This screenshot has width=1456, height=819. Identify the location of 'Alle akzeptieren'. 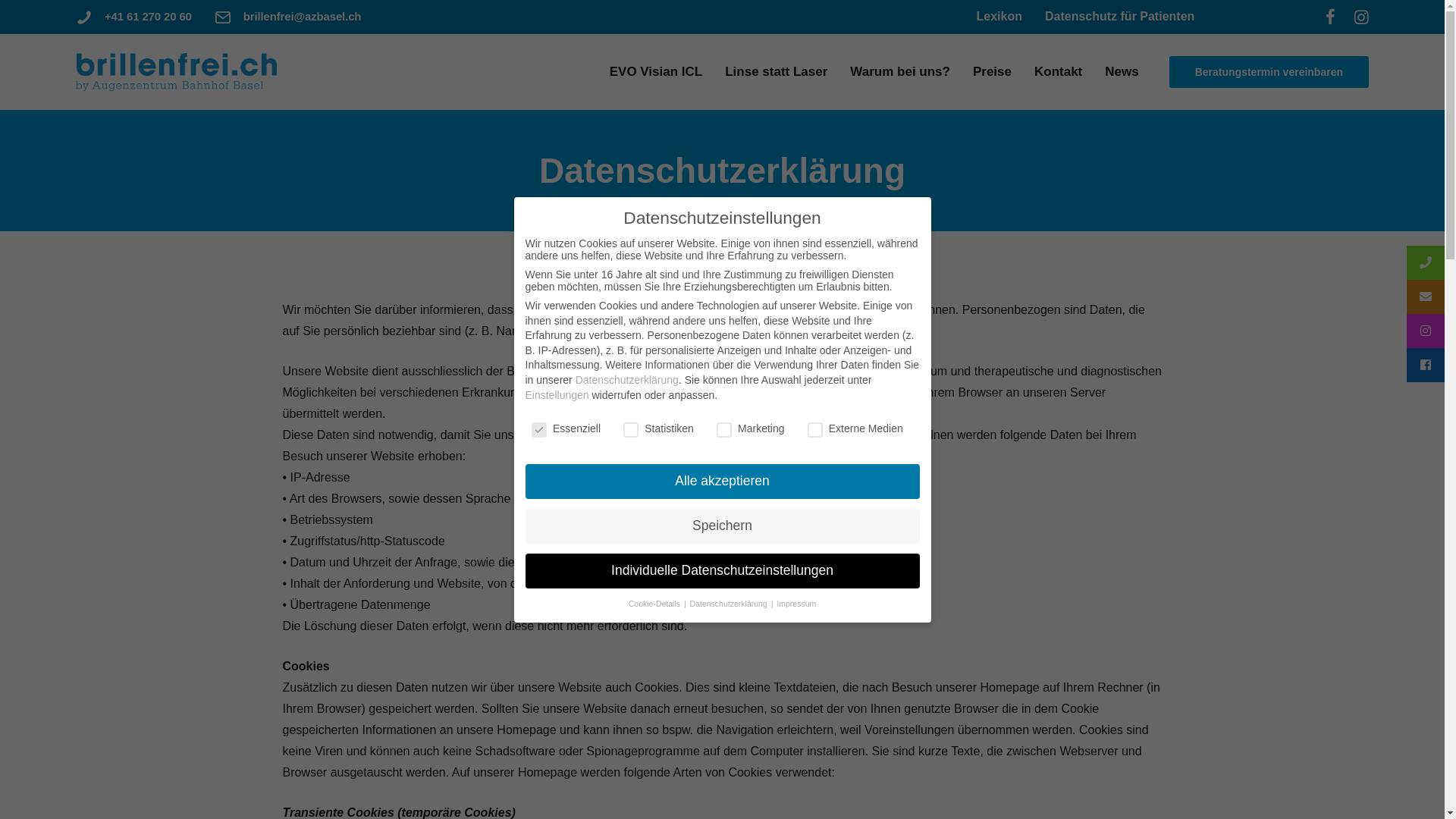
(720, 482).